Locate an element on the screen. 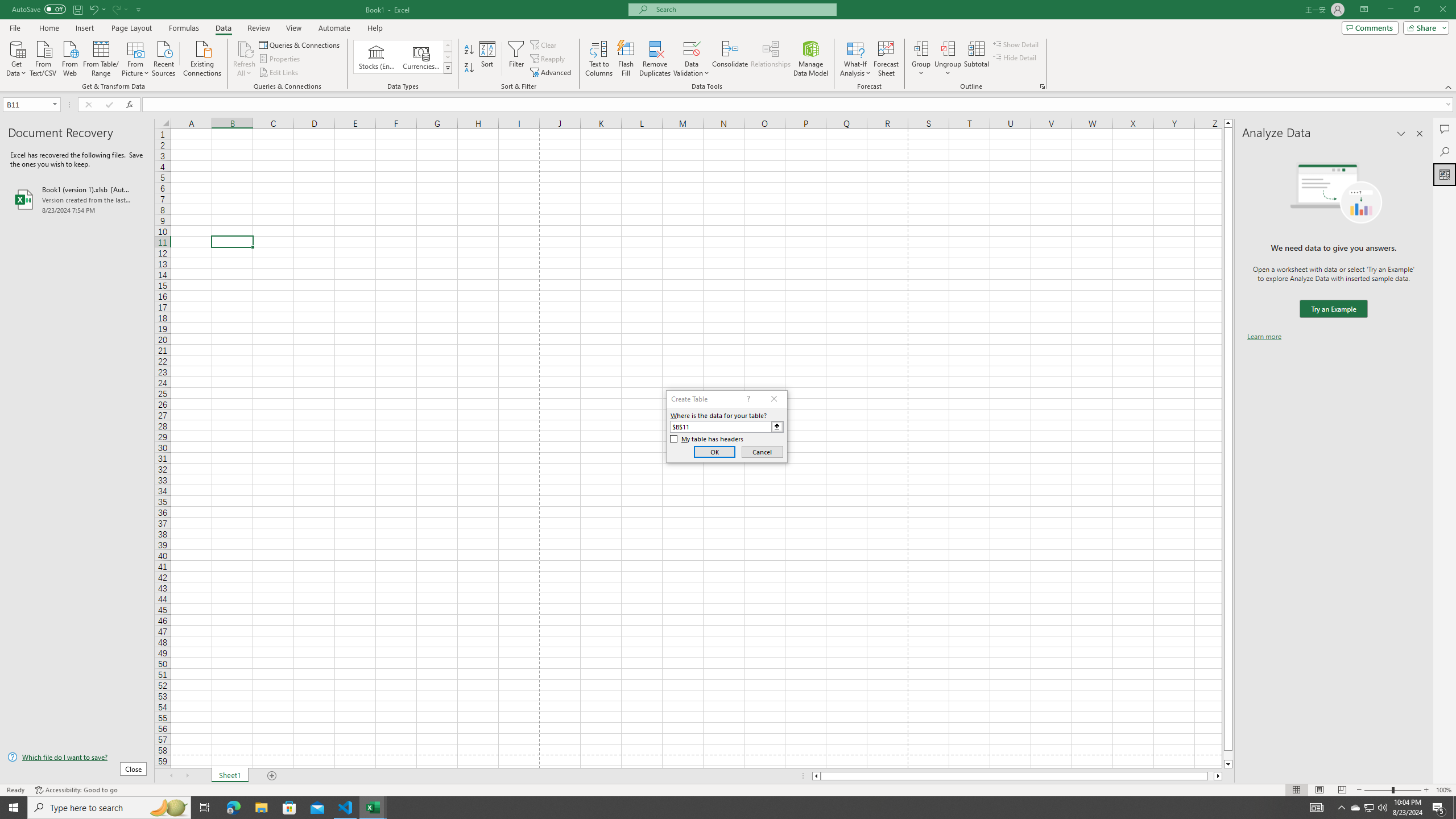  'Group and Outline Settings' is located at coordinates (1041, 85).